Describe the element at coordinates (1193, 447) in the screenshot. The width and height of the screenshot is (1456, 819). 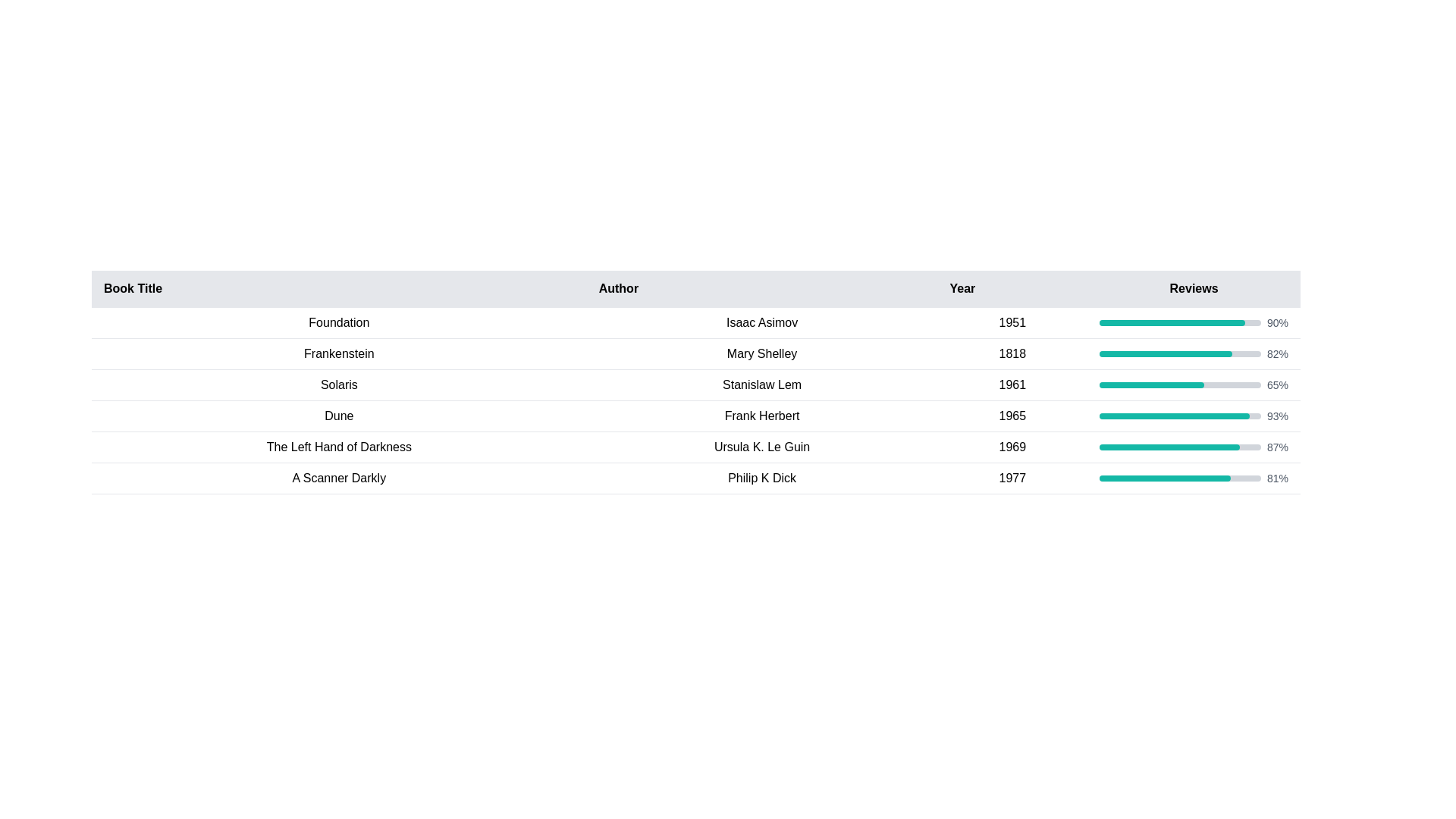
I see `the progress bar indicating the review completion status for 'The Left Hand of Darkness' by Ursula K. Le Guin in the fourth row of the table` at that location.